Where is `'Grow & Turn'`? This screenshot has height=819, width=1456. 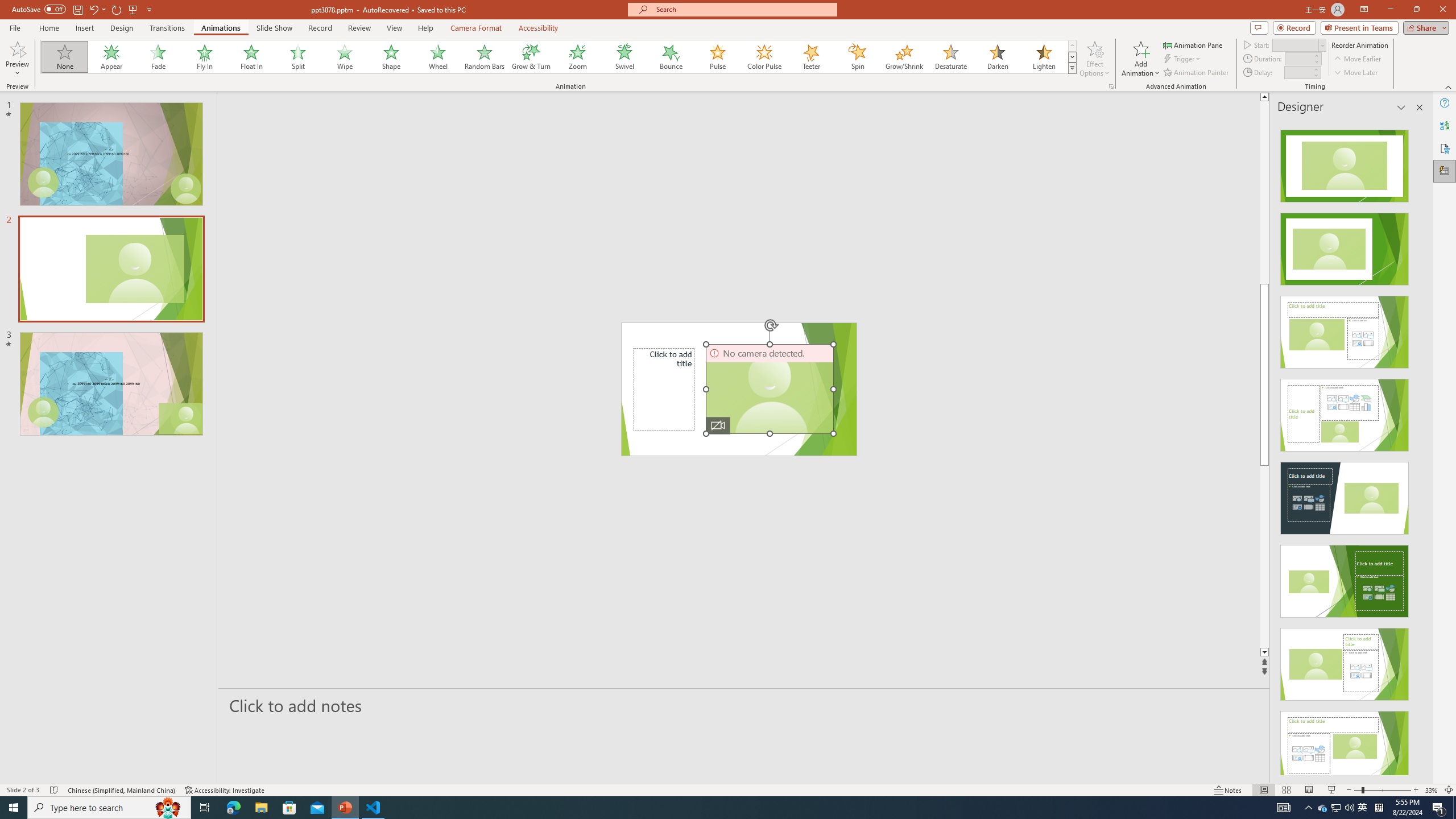
'Grow & Turn' is located at coordinates (531, 56).